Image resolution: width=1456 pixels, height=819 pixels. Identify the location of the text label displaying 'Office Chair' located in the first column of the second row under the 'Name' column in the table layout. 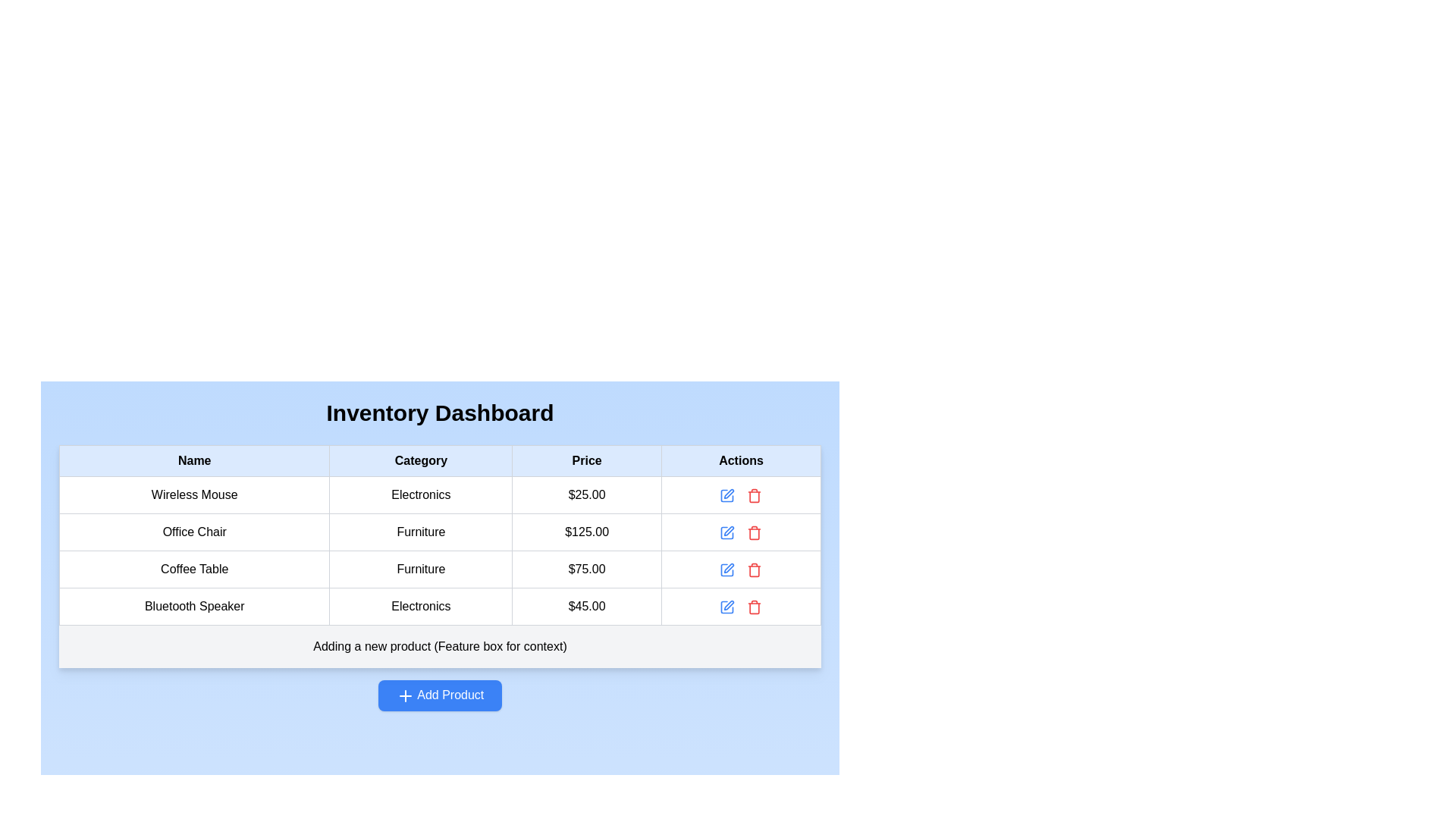
(193, 532).